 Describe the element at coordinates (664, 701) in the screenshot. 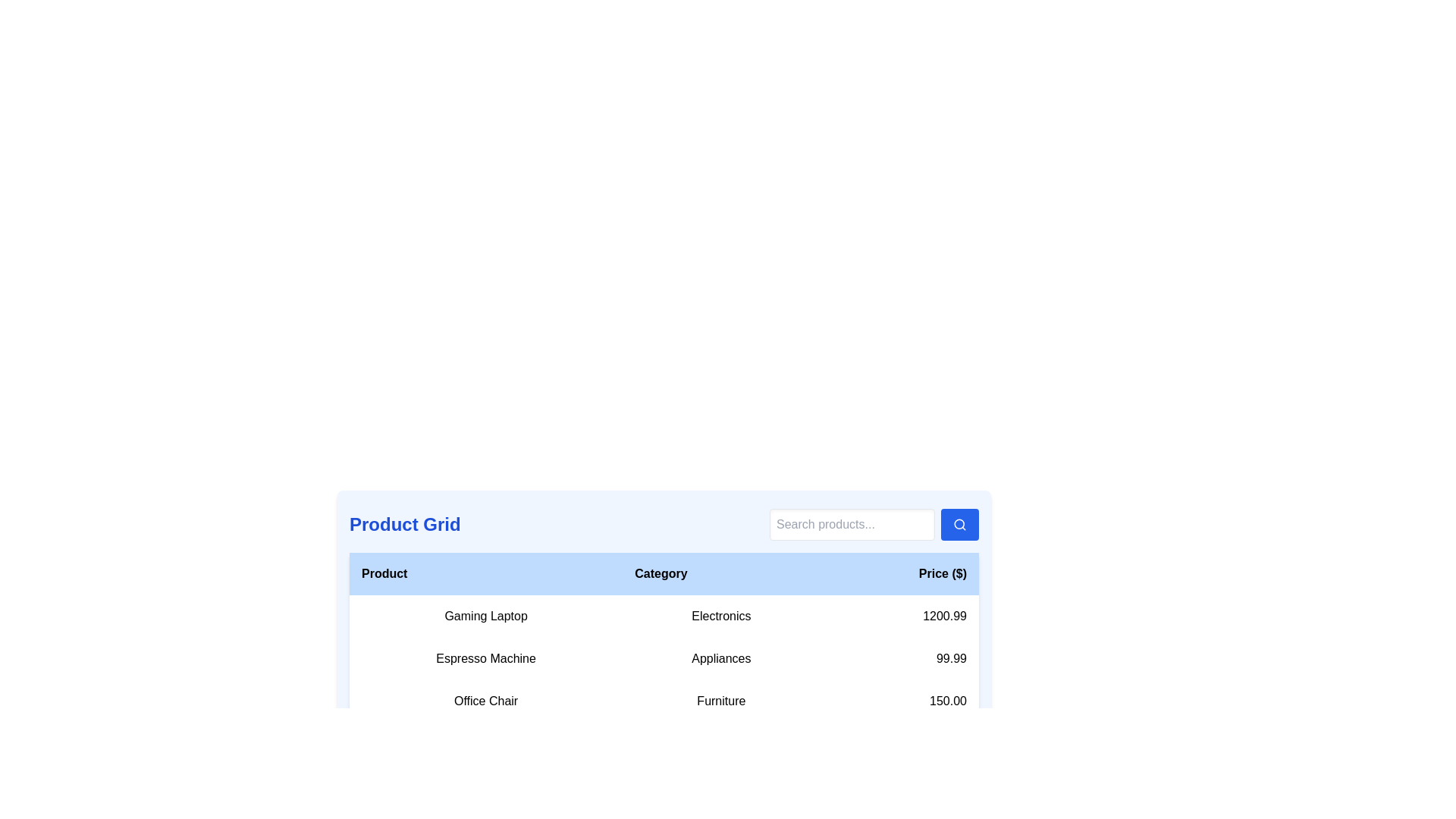

I see `information displayed in the third row of the table, which contains details about the office chair, including its name, category, and price` at that location.